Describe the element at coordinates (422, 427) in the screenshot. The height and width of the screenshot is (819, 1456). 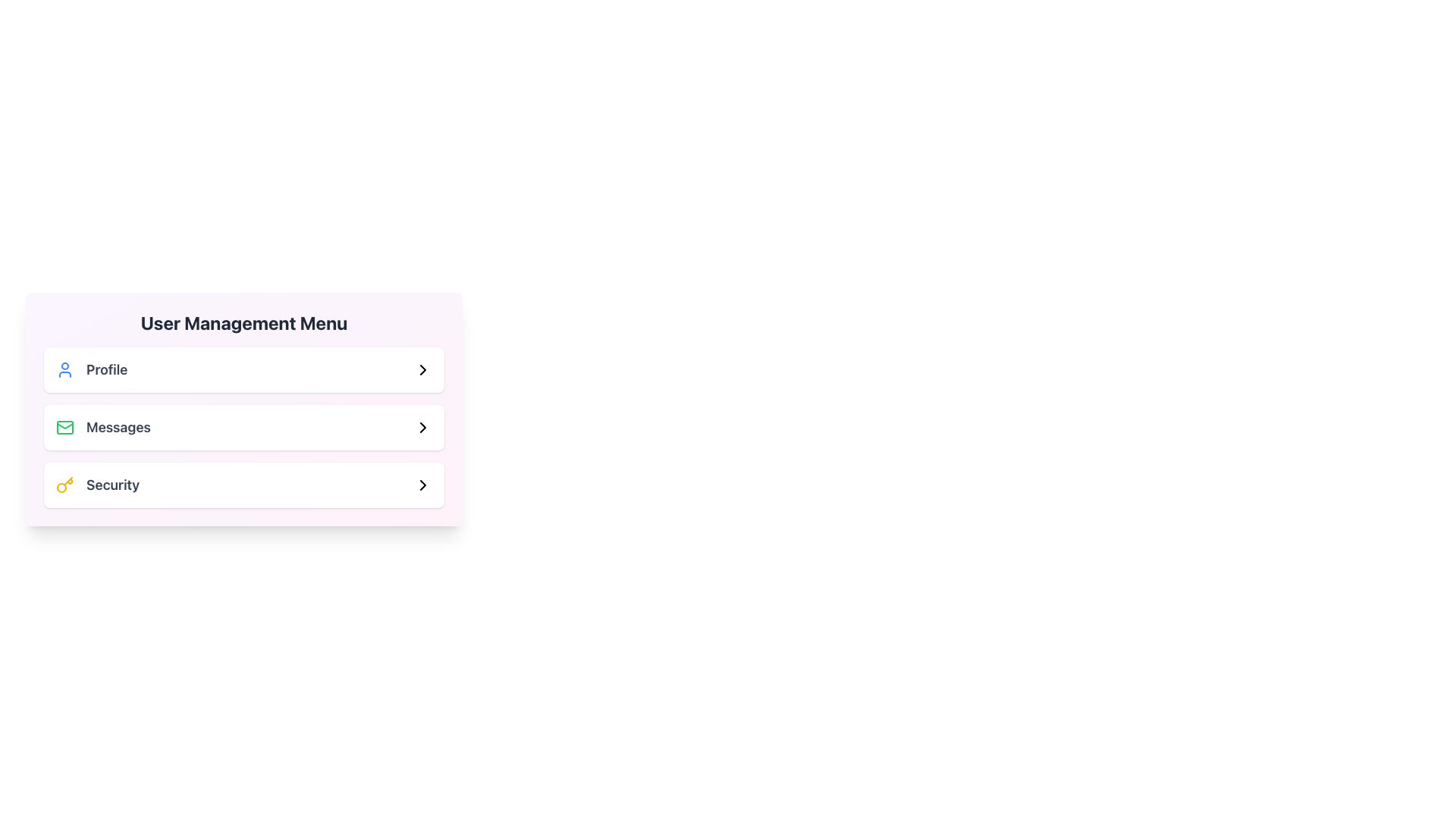
I see `the chevron icon on the far right side of the 'Messages' menu item in the 'User Management Menu' interface` at that location.